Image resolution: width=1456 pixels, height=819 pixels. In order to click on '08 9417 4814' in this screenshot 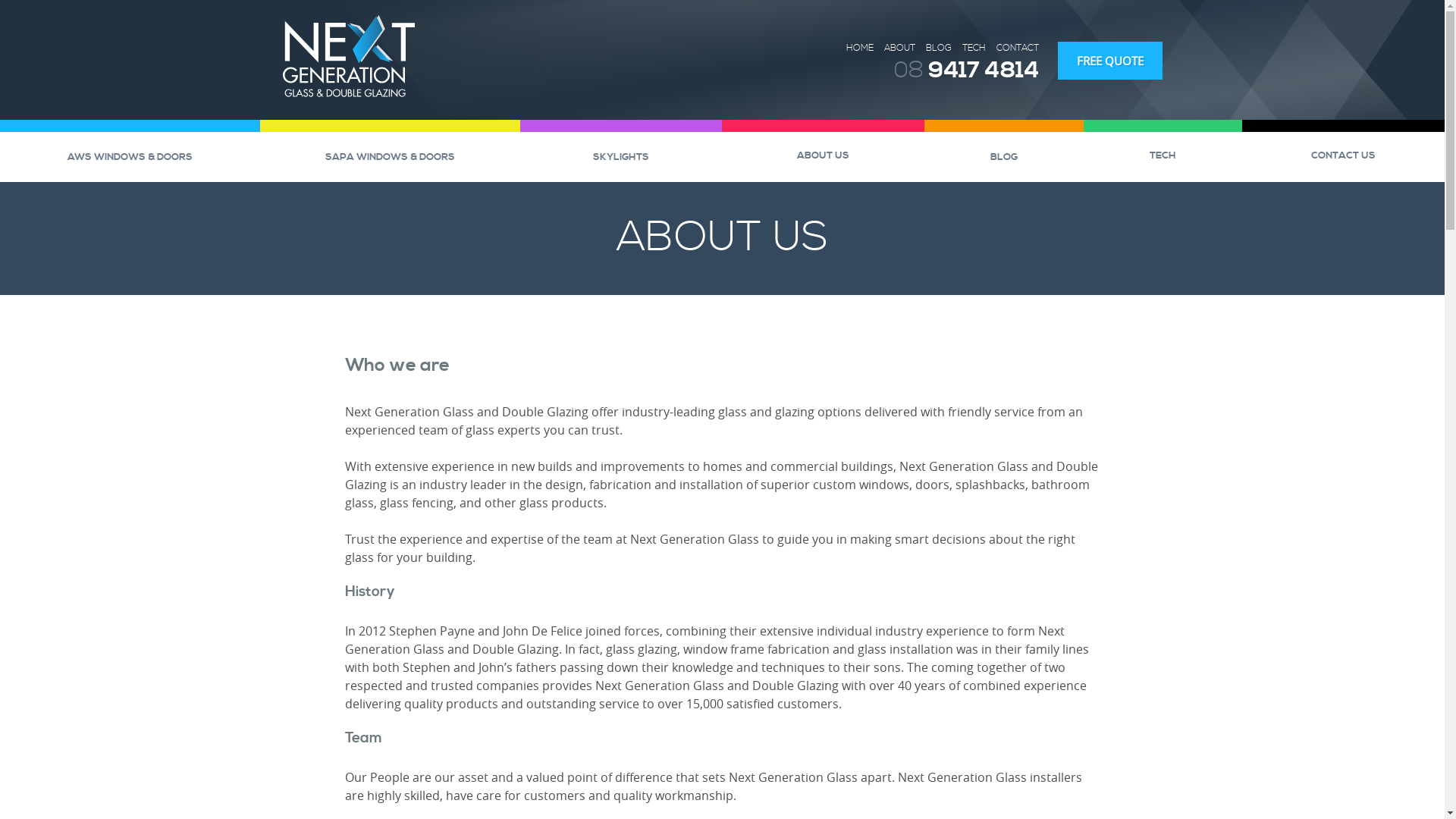, I will do `click(965, 70)`.